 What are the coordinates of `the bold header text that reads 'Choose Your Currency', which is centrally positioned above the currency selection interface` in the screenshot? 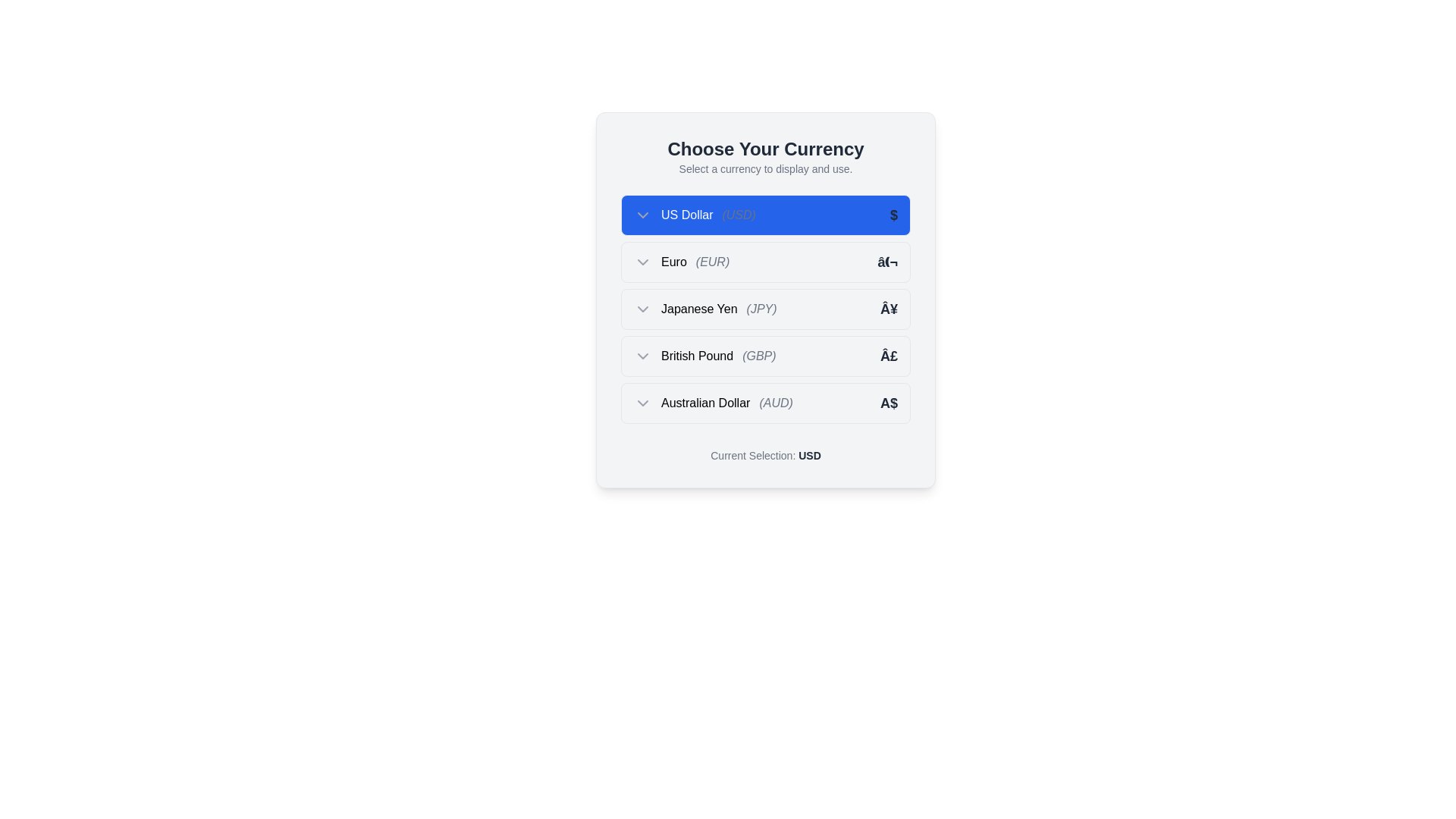 It's located at (765, 149).